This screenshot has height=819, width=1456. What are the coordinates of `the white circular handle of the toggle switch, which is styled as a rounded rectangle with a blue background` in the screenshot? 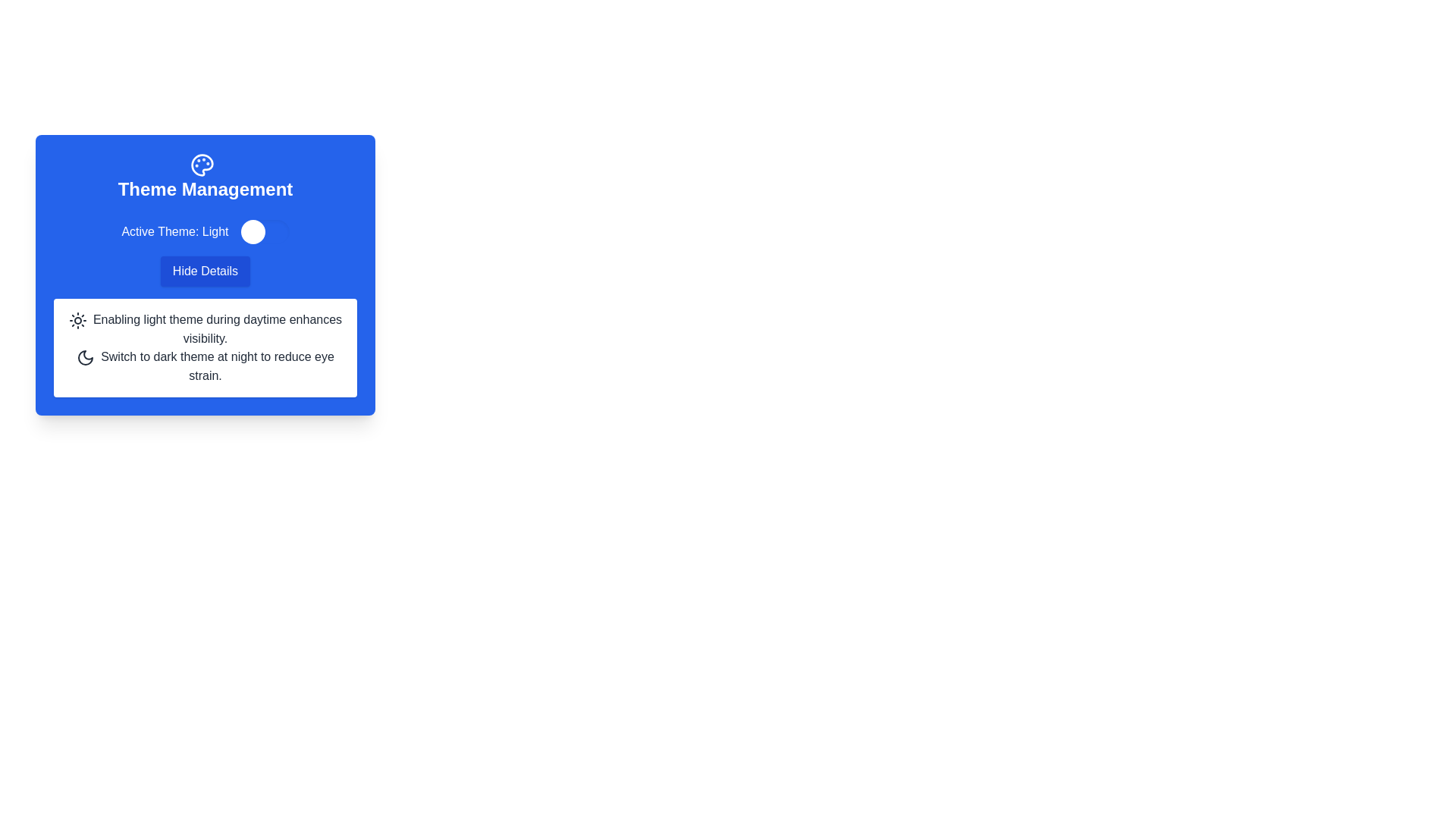 It's located at (265, 231).